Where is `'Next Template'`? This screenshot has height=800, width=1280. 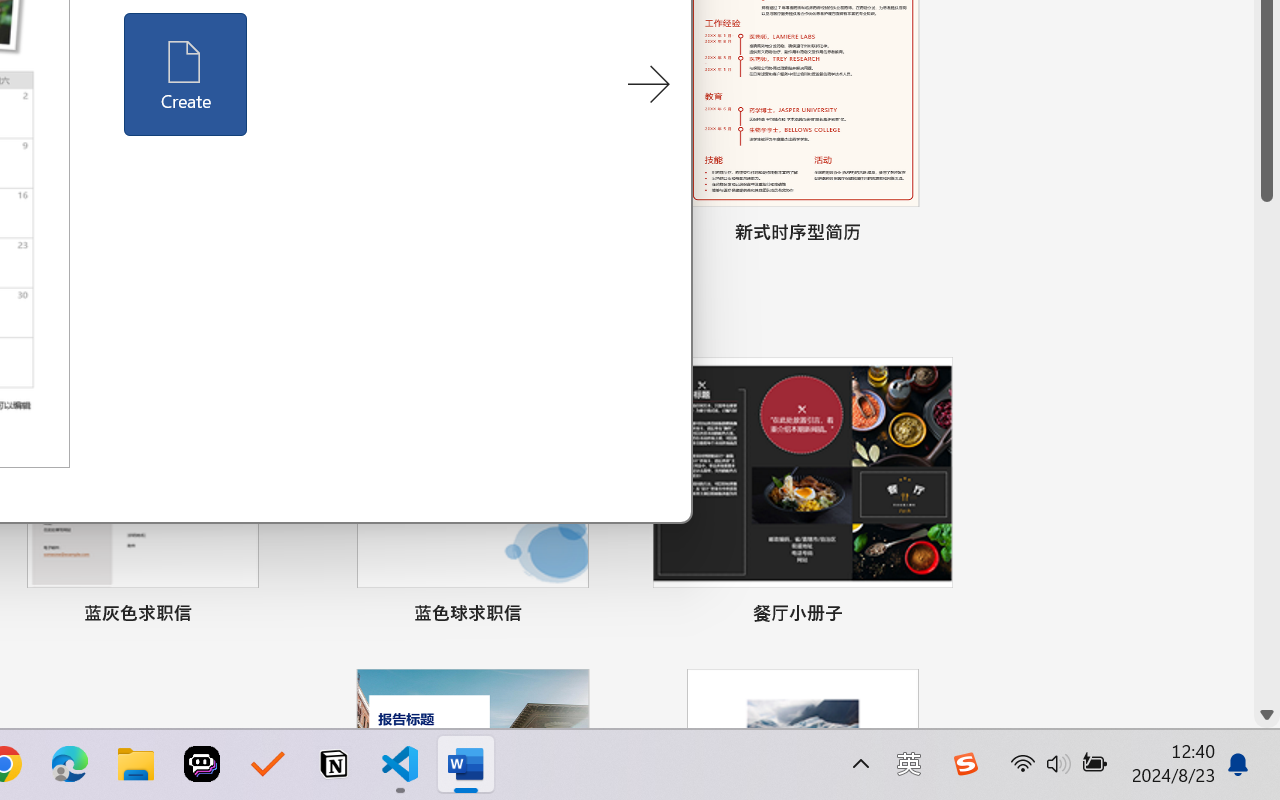 'Next Template' is located at coordinates (648, 85).